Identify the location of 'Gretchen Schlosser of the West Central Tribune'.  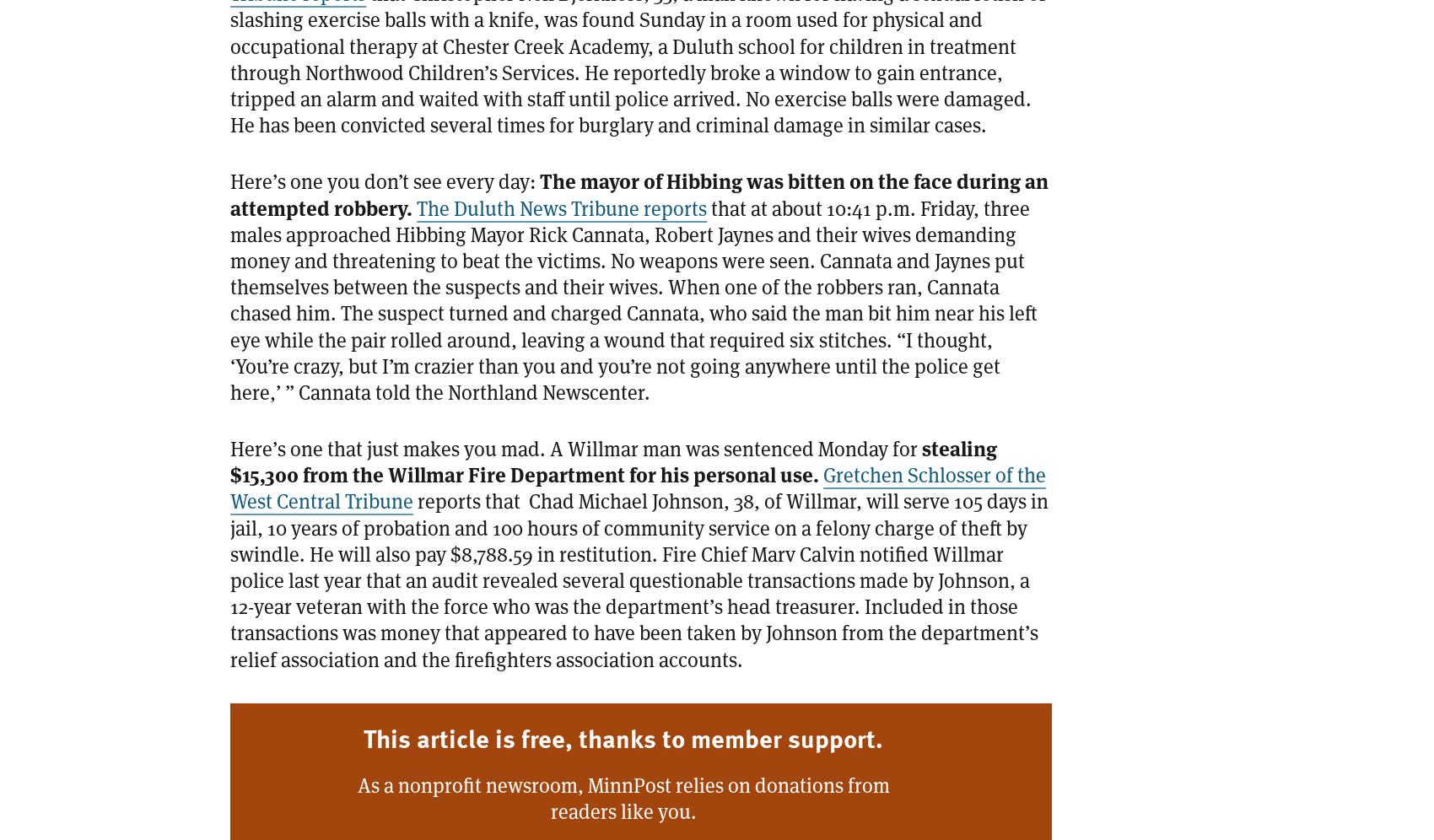
(637, 487).